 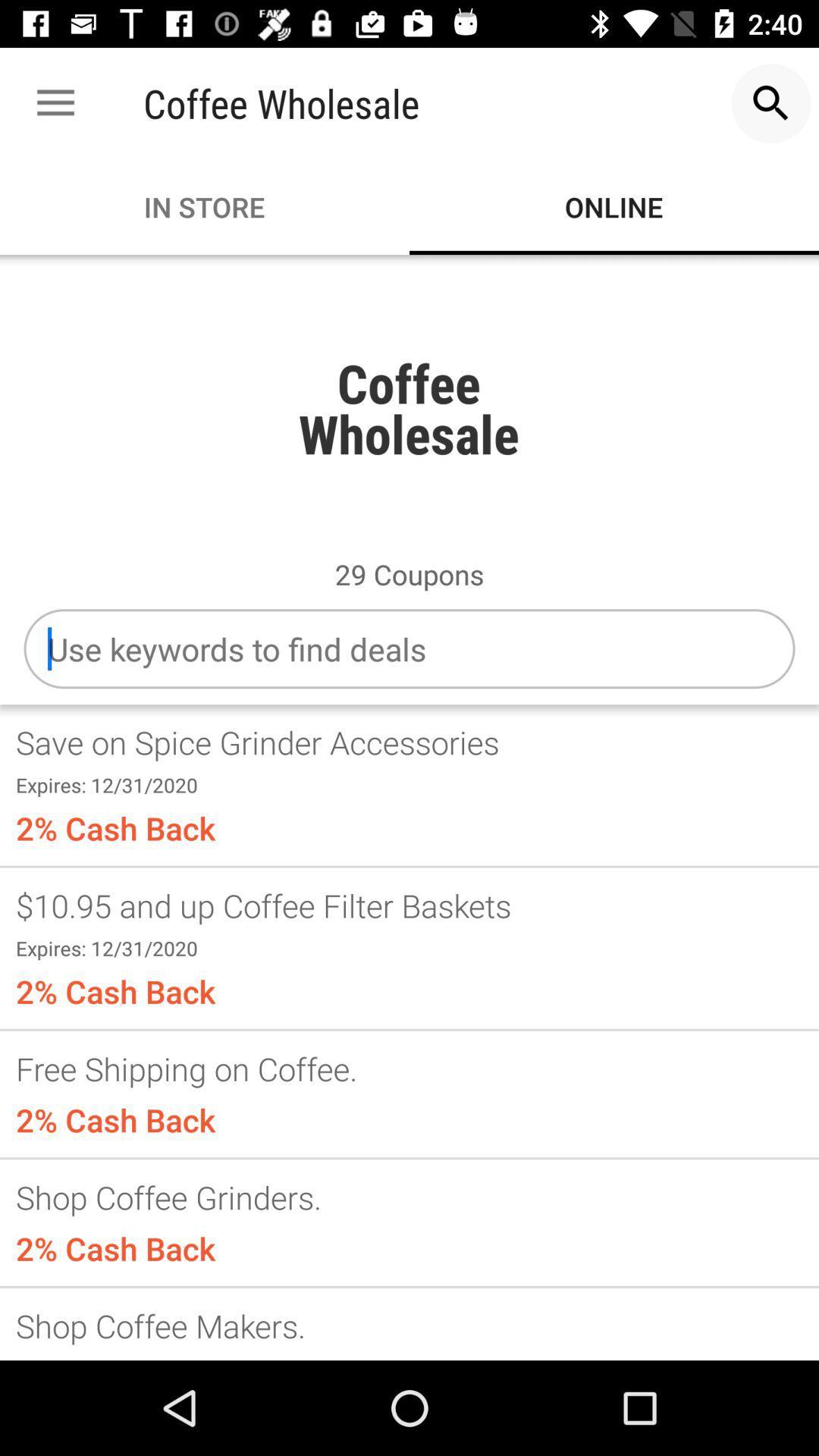 What do you see at coordinates (771, 102) in the screenshot?
I see `icon next to the coffee wholesale icon` at bounding box center [771, 102].